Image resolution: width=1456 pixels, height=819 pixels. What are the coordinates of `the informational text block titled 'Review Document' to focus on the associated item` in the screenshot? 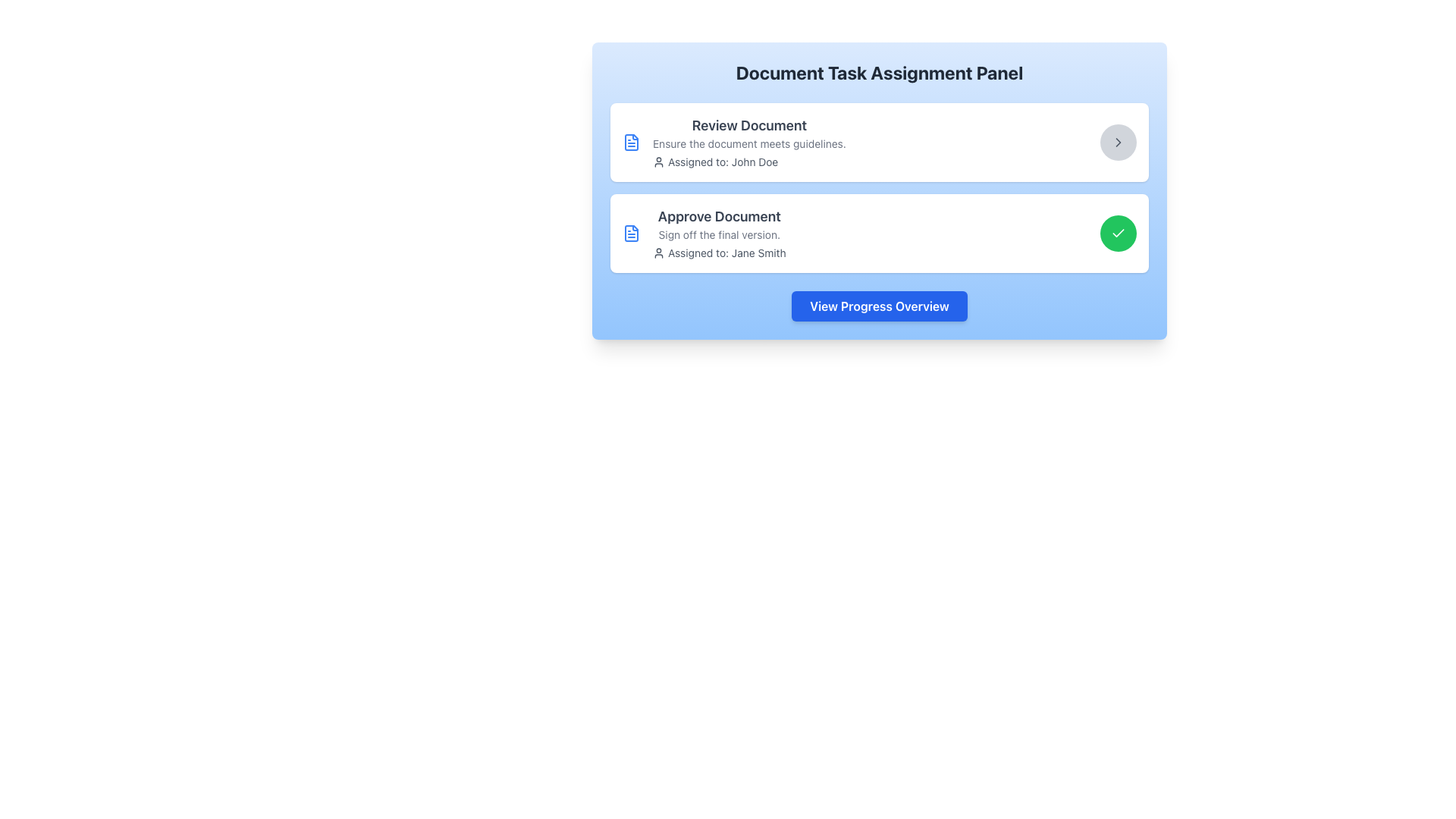 It's located at (749, 143).